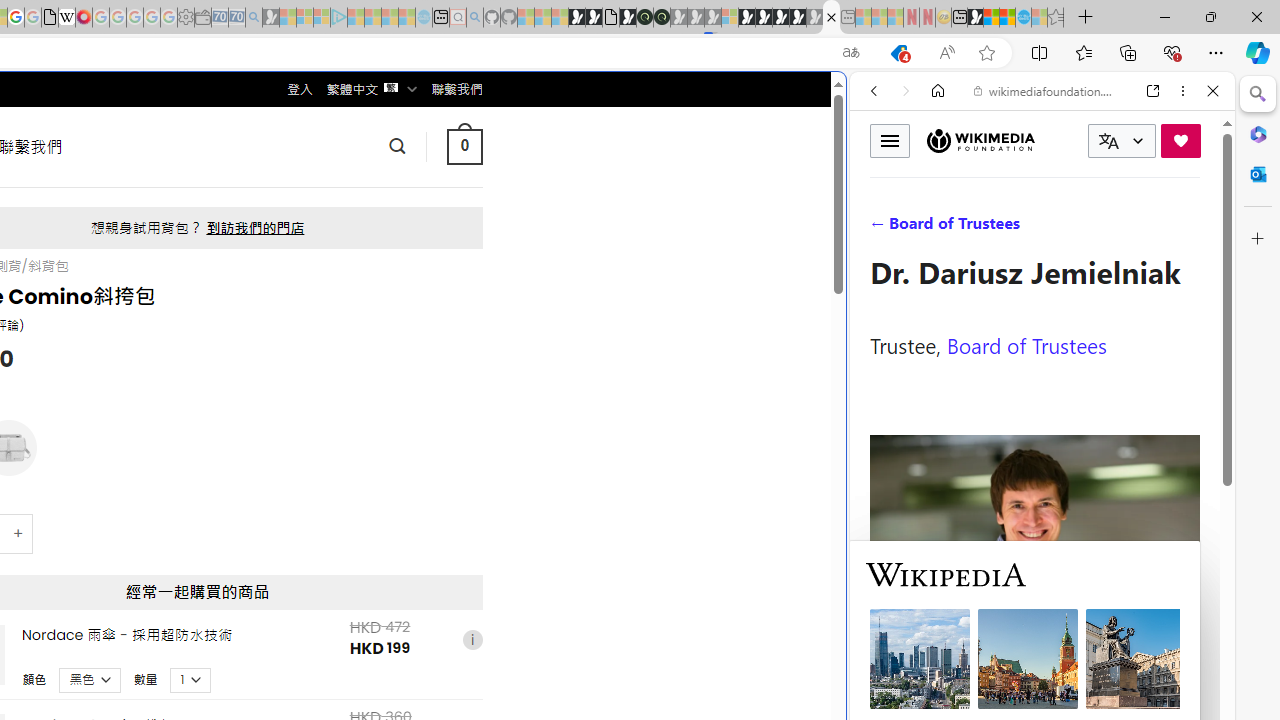 The height and width of the screenshot is (720, 1280). What do you see at coordinates (471, 639) in the screenshot?
I see `'i'` at bounding box center [471, 639].